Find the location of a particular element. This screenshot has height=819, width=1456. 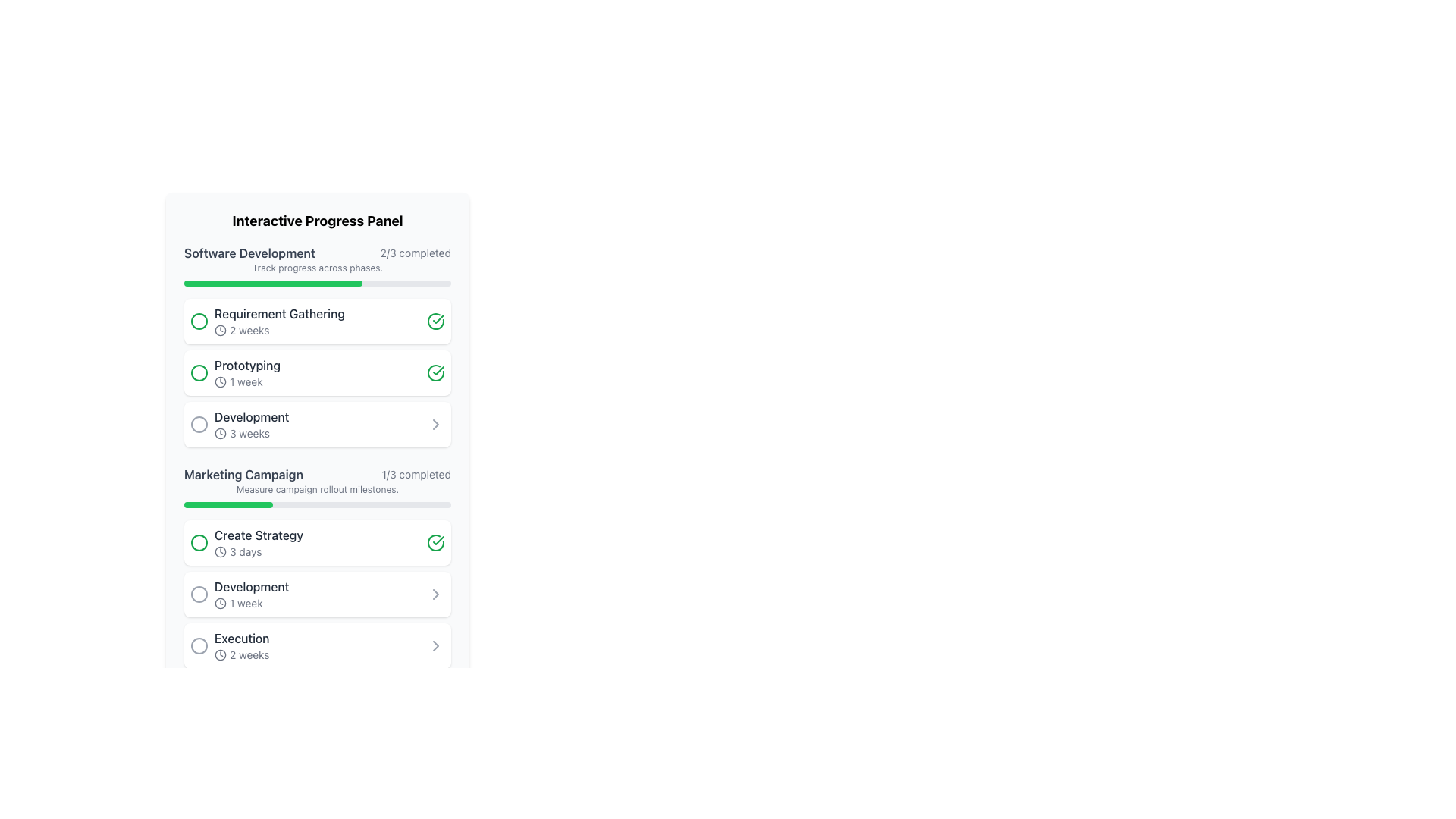

the Text Label indicating the duration of the associated task or project, located in the second section under 'Marketing Campaign' below 'Development.' is located at coordinates (252, 602).